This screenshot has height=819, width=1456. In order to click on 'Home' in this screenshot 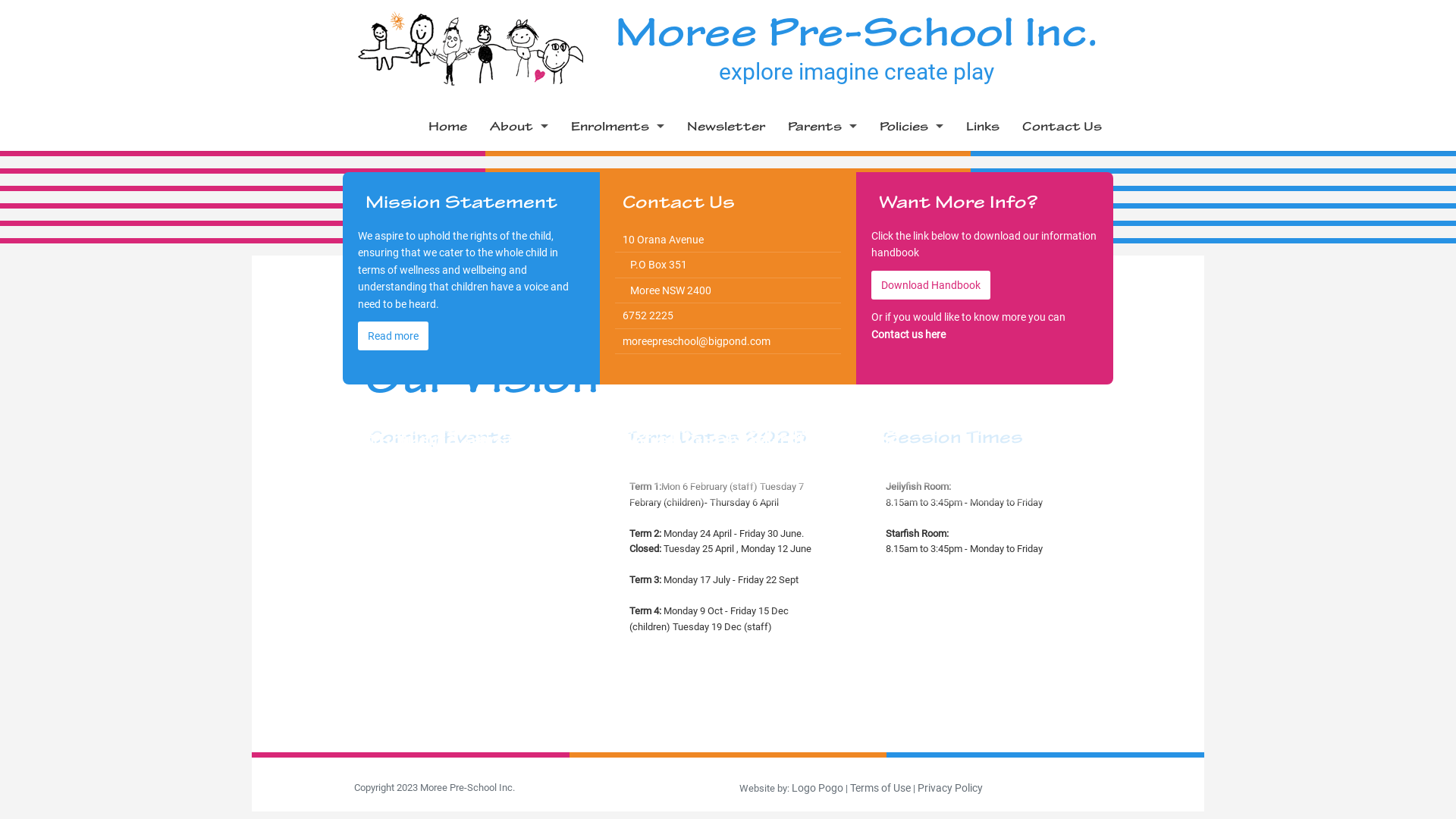, I will do `click(417, 125)`.